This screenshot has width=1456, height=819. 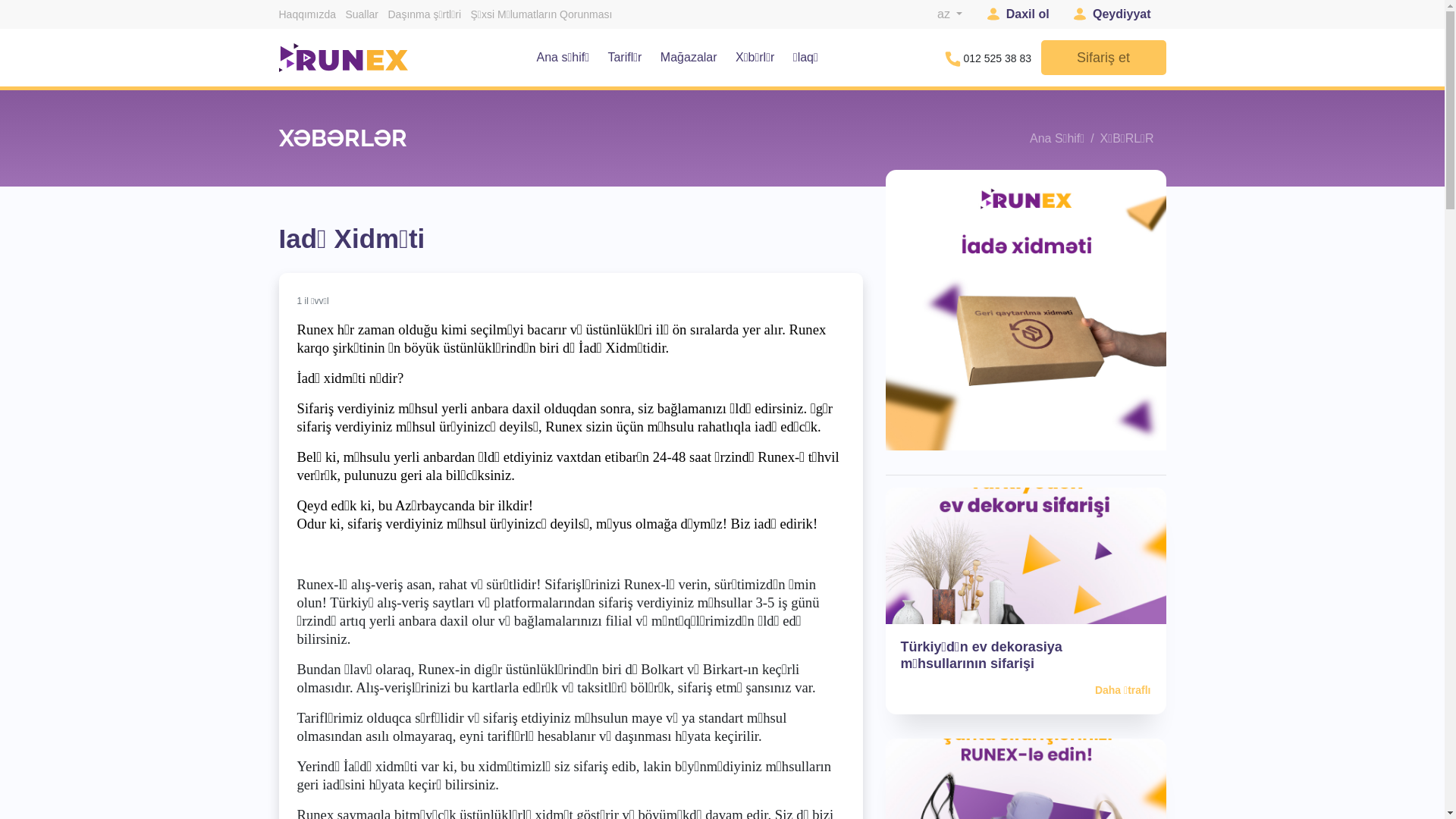 I want to click on 'Qeydiyyat', so click(x=1112, y=14).